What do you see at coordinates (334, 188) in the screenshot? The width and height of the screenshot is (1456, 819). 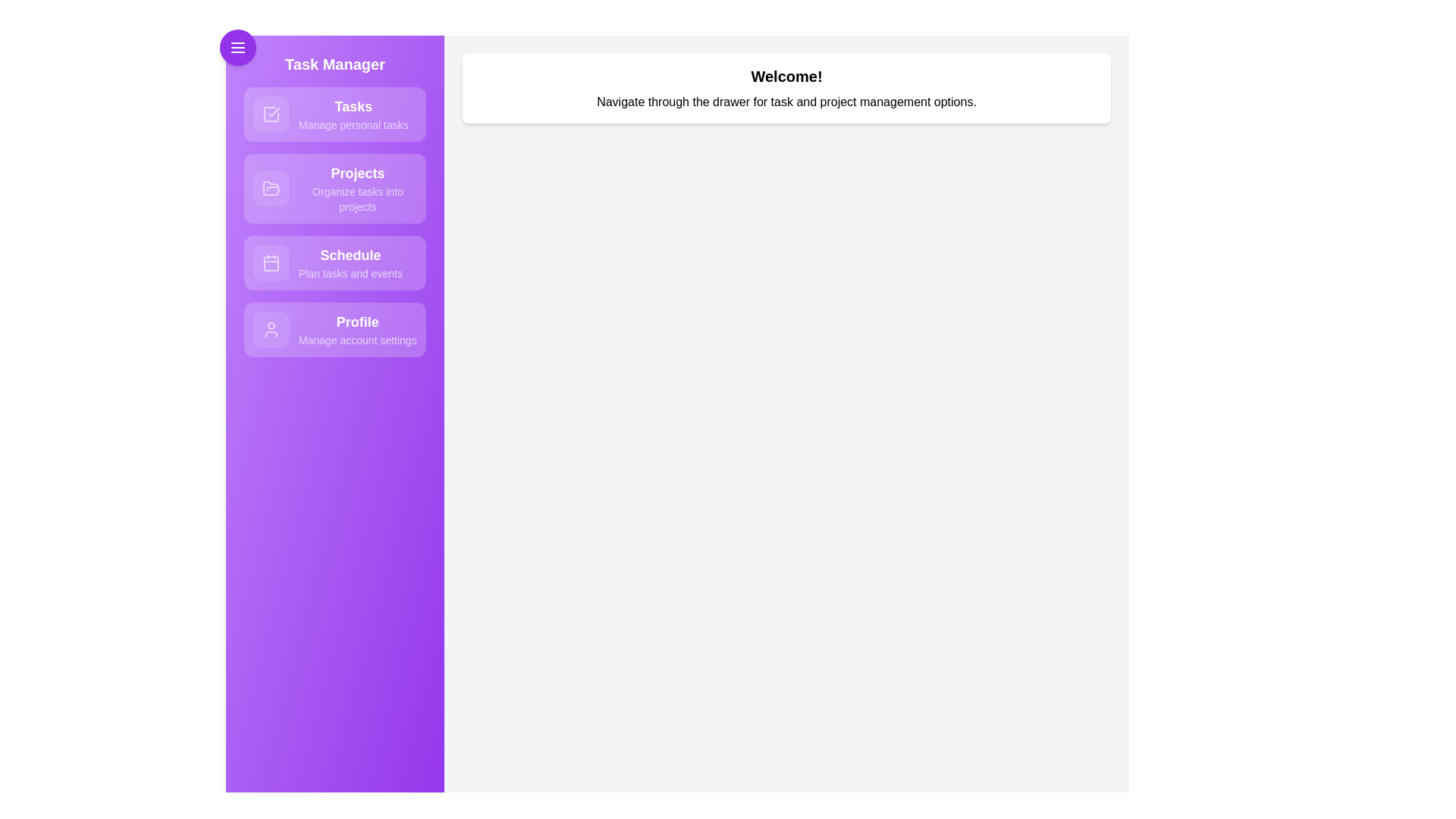 I see `the navigation item labeled 'Projects' to observe its hover effect` at bounding box center [334, 188].